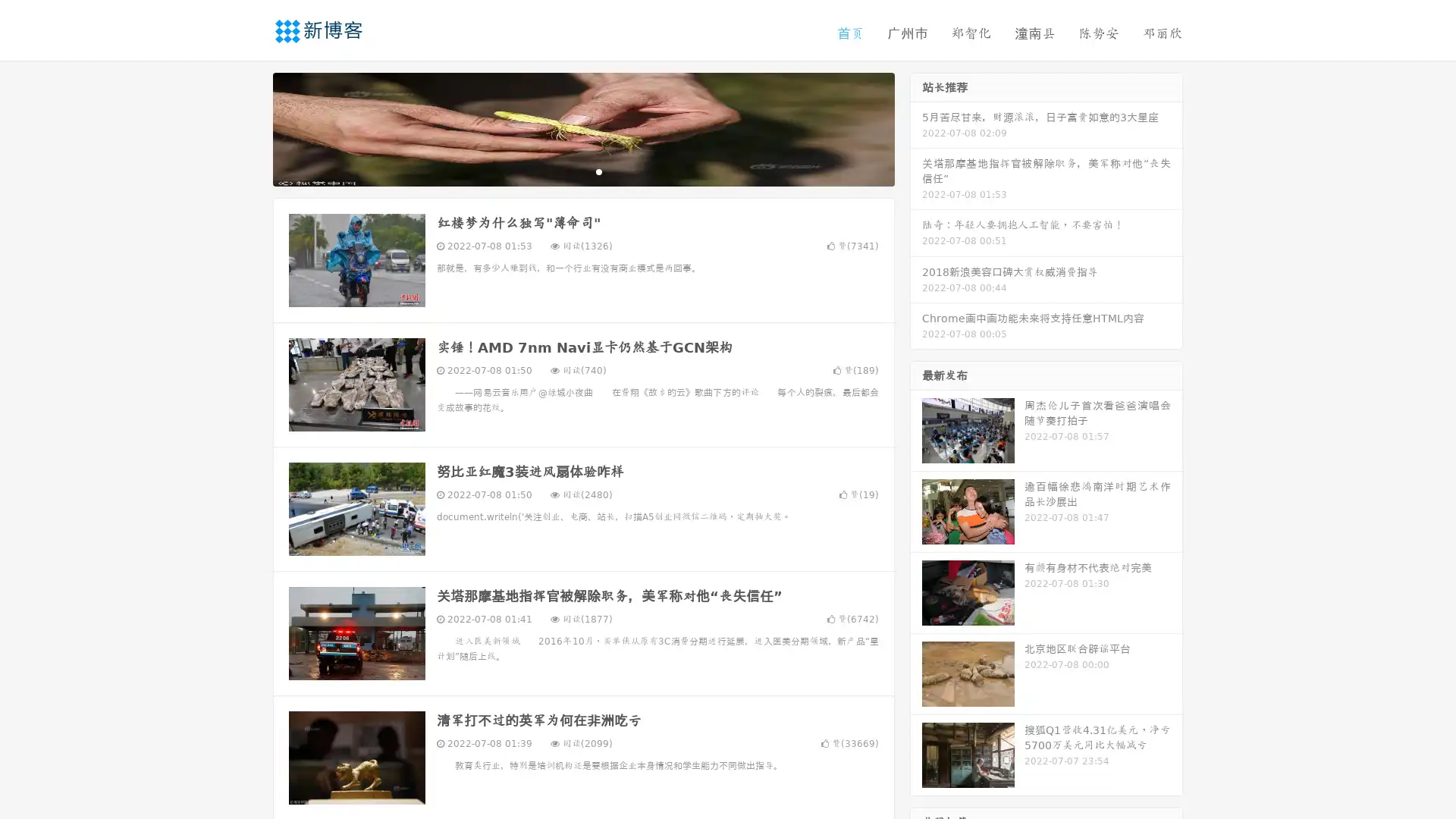 The image size is (1456, 819). What do you see at coordinates (582, 171) in the screenshot?
I see `Go to slide 2` at bounding box center [582, 171].